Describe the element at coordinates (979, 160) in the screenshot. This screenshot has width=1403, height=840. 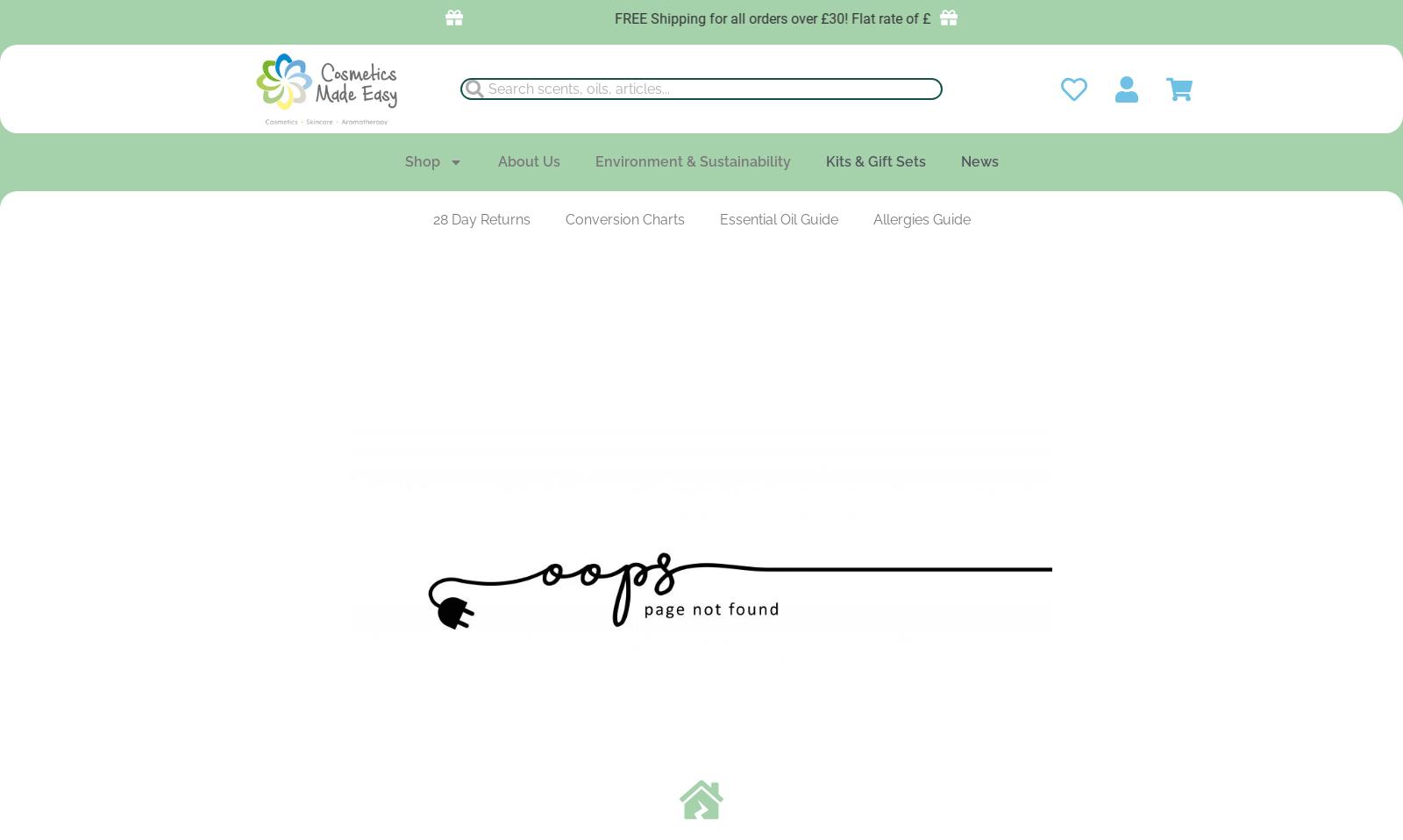
I see `'News'` at that location.